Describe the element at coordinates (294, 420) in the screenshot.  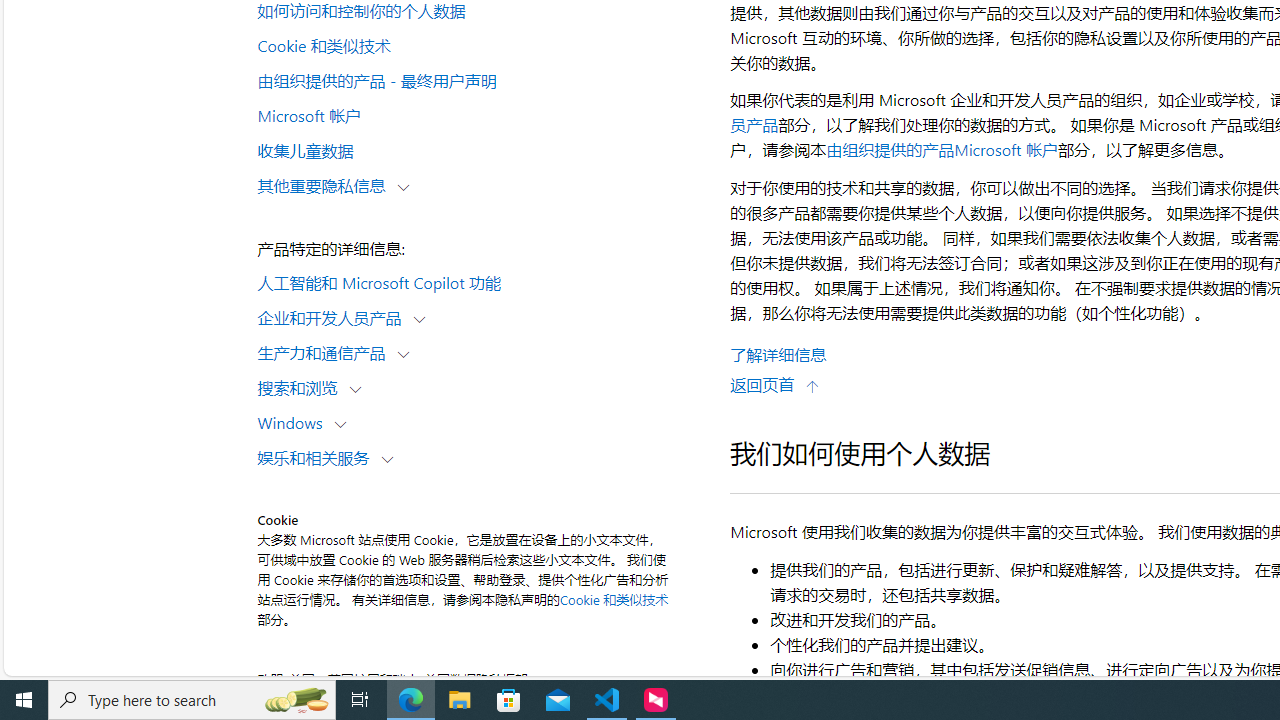
I see `'Windows'` at that location.